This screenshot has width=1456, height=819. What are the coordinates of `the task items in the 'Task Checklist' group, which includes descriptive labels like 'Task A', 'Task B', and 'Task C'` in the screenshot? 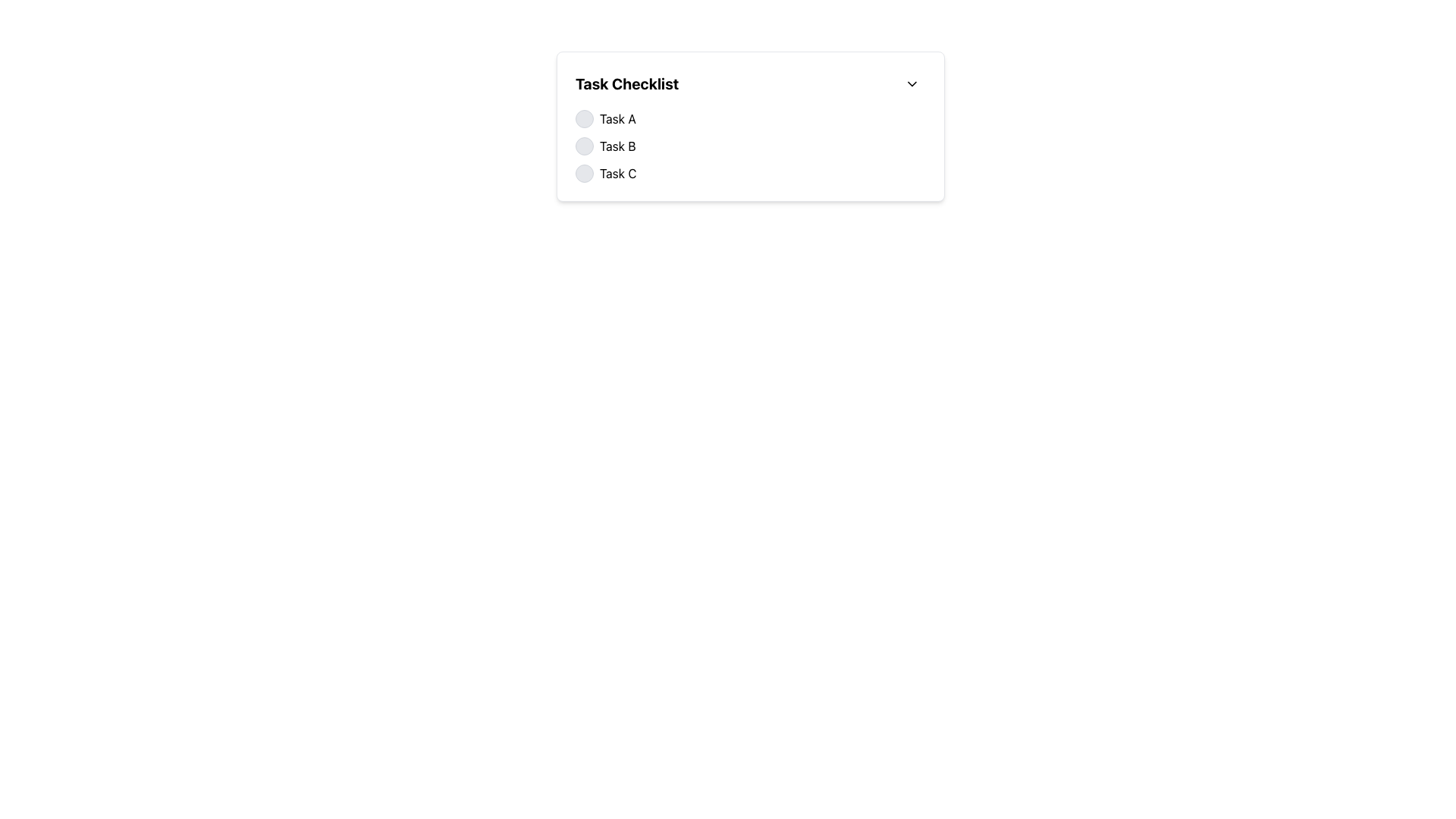 It's located at (750, 146).